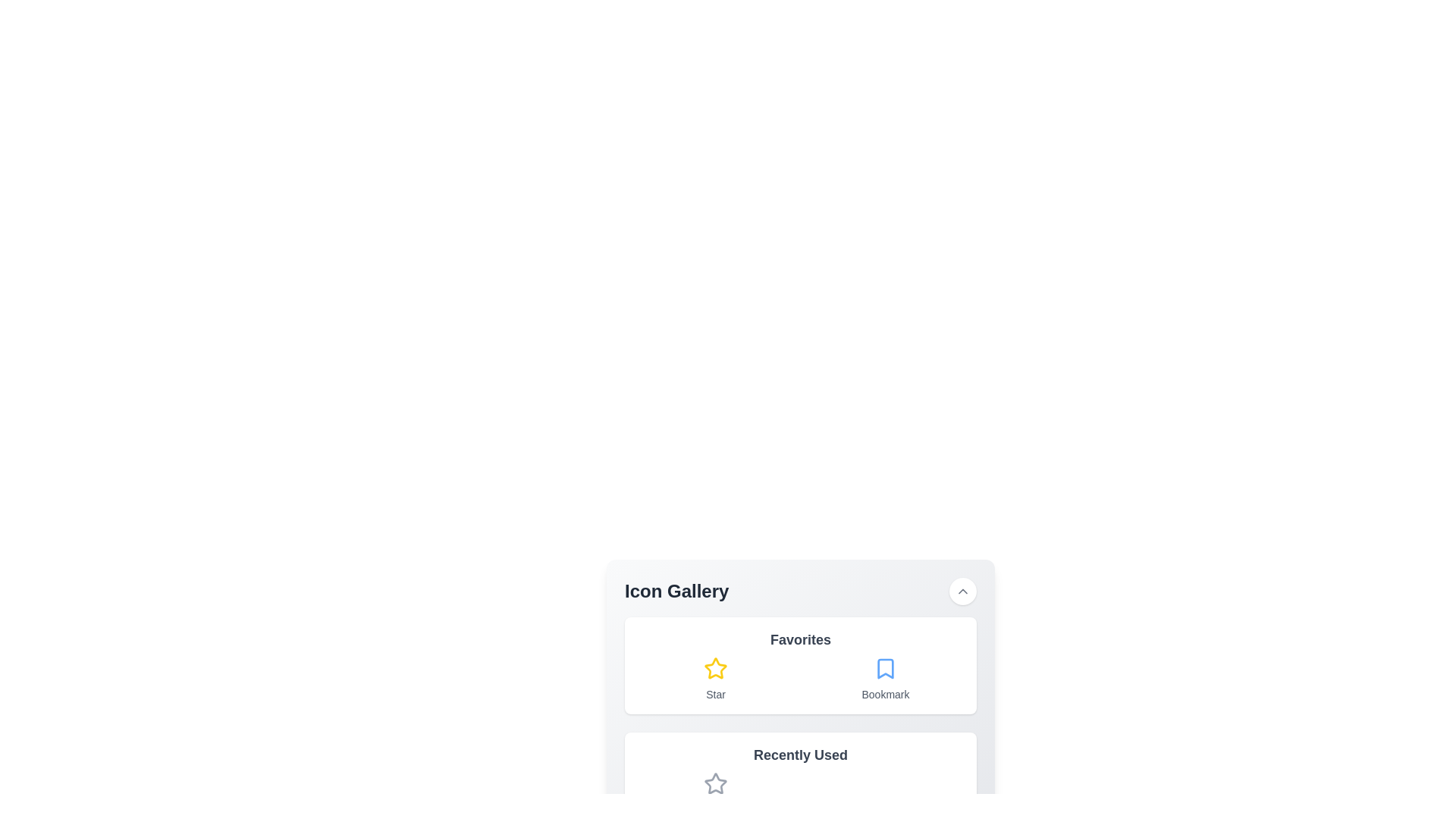 This screenshot has width=1456, height=819. Describe the element at coordinates (800, 755) in the screenshot. I see `the 'Recently Used' text label, which serves as a section header located below the 'Favorites' section and above the grid layout containing icons` at that location.